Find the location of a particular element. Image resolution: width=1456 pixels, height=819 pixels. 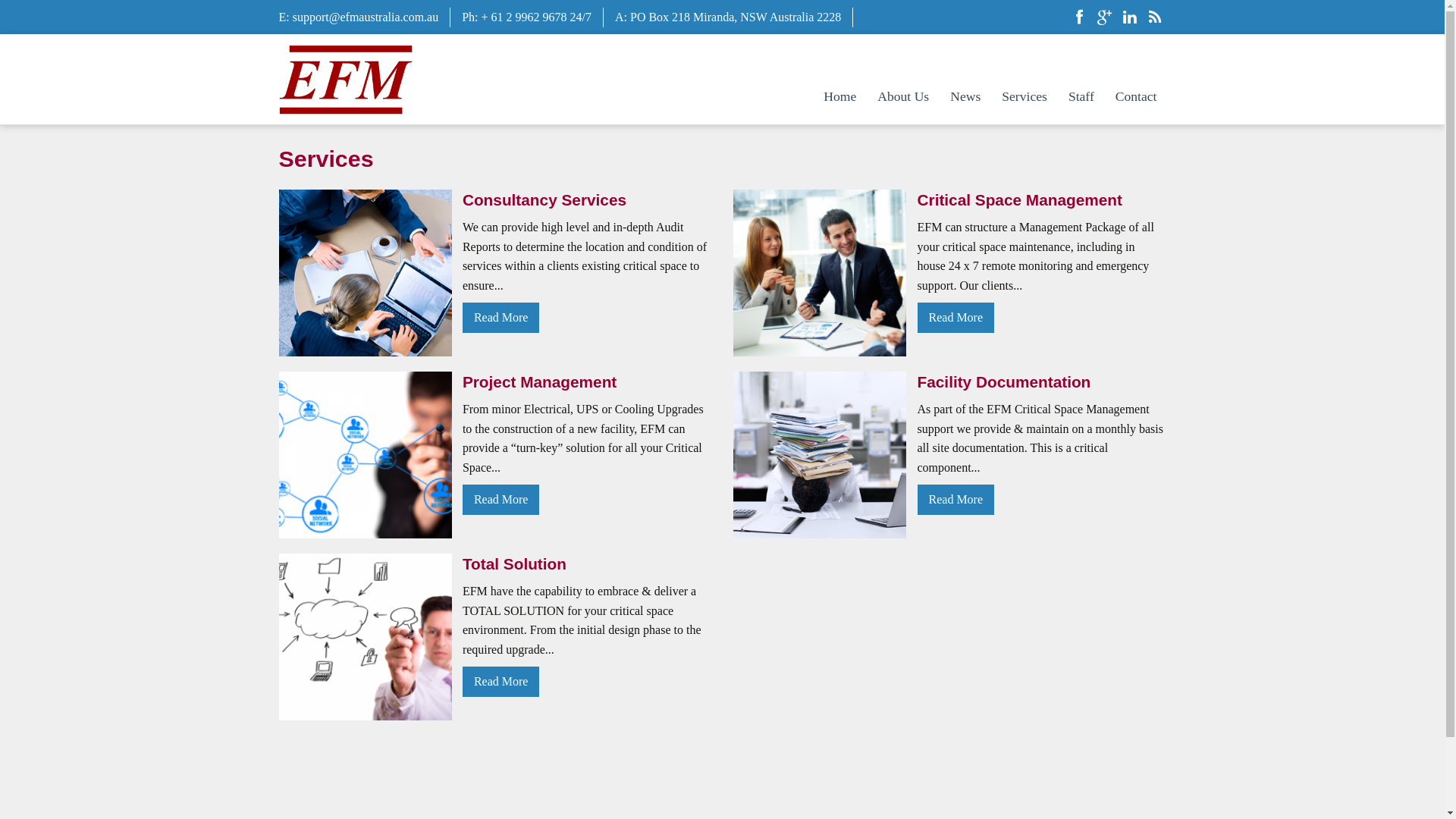

'E: support@efmaustralia.com.au' is located at coordinates (358, 17).